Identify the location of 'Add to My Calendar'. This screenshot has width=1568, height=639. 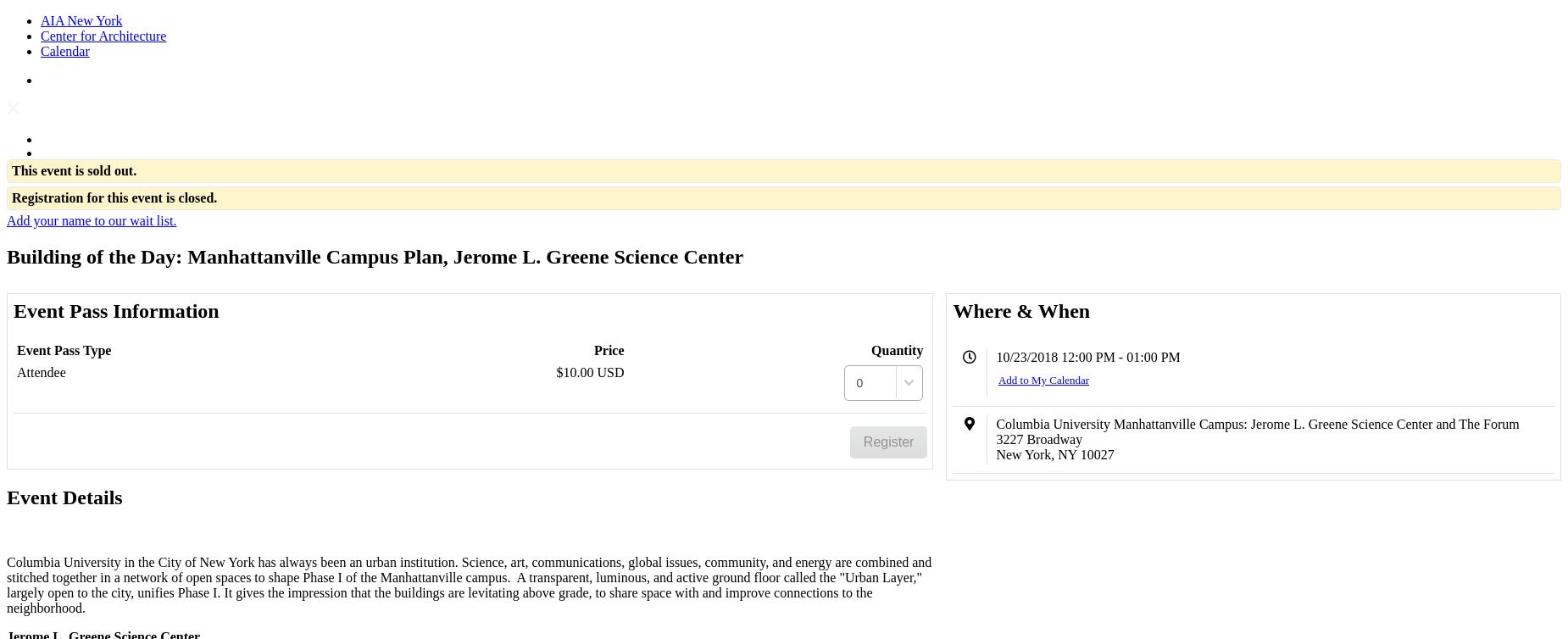
(996, 379).